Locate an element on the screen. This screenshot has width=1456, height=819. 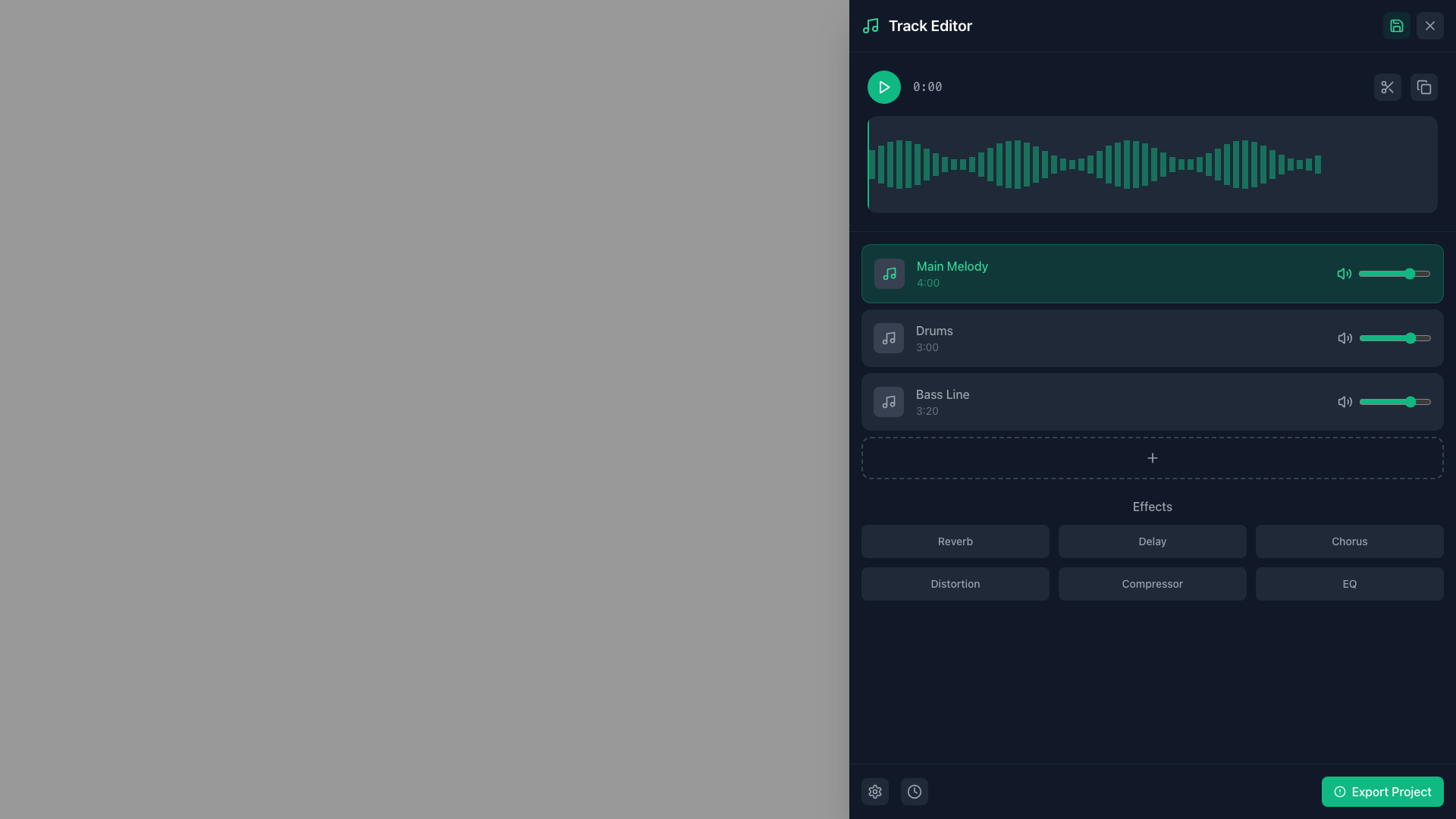
the 'Close' button icon located in the top-right corner of the interface to possibly display a tooltip is located at coordinates (1429, 26).